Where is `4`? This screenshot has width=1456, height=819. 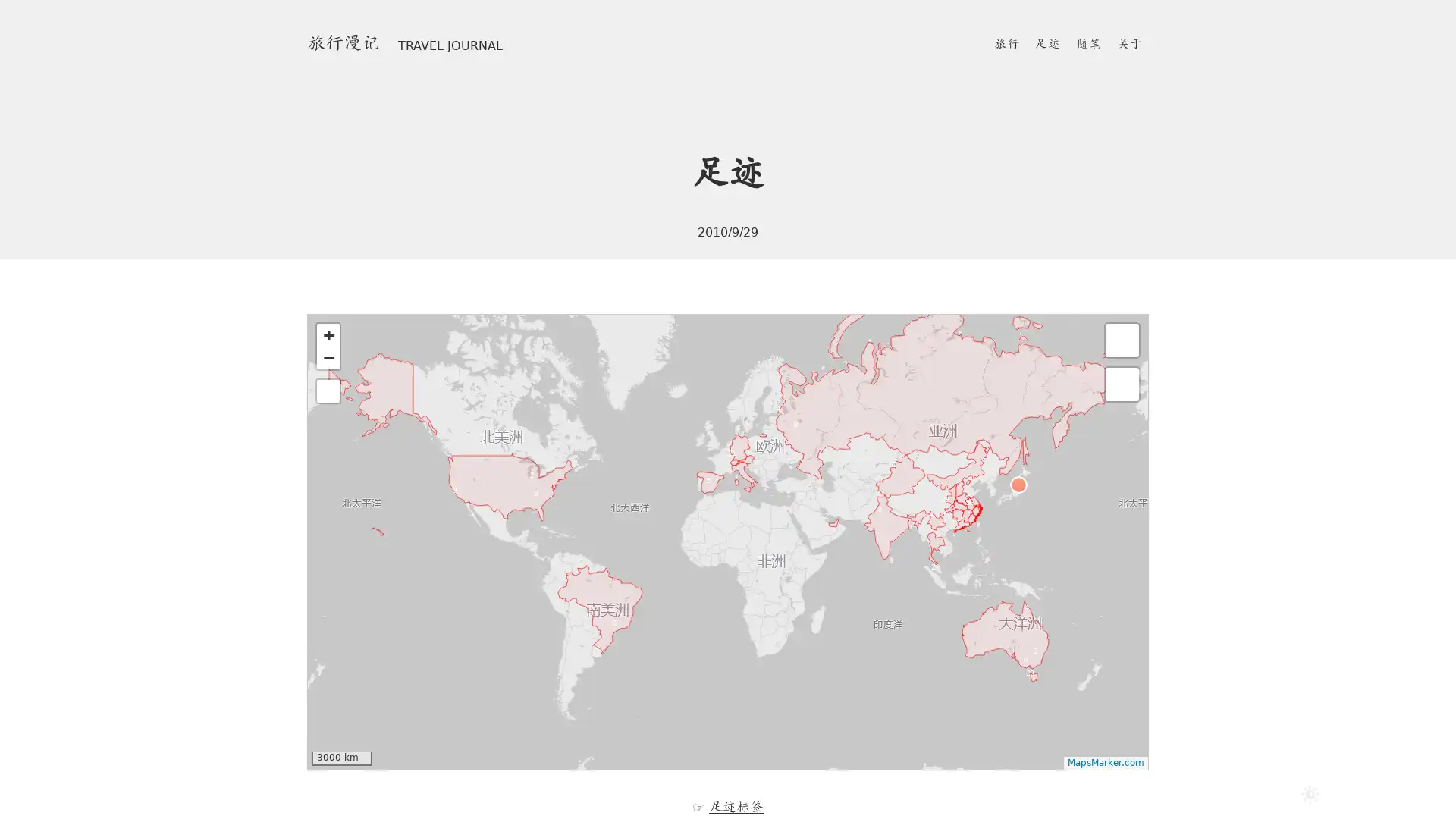
4 is located at coordinates (1031, 611).